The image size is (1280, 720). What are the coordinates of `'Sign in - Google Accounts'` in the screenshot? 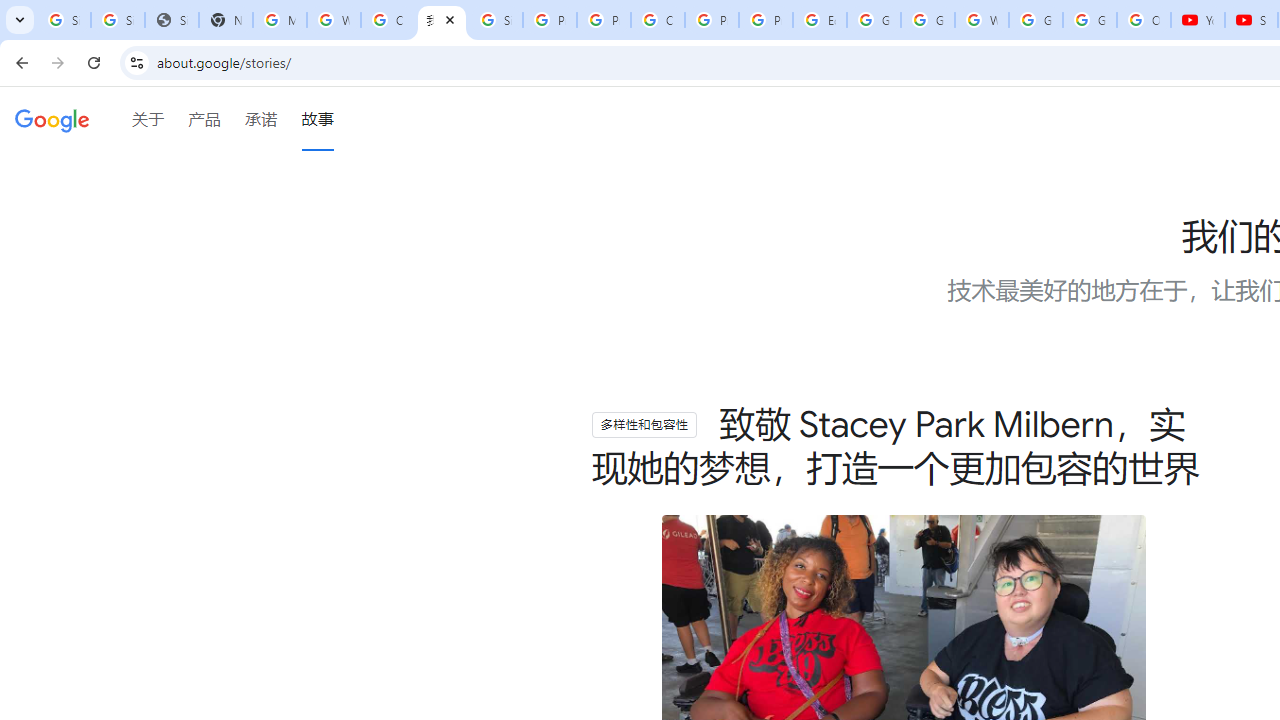 It's located at (116, 20).